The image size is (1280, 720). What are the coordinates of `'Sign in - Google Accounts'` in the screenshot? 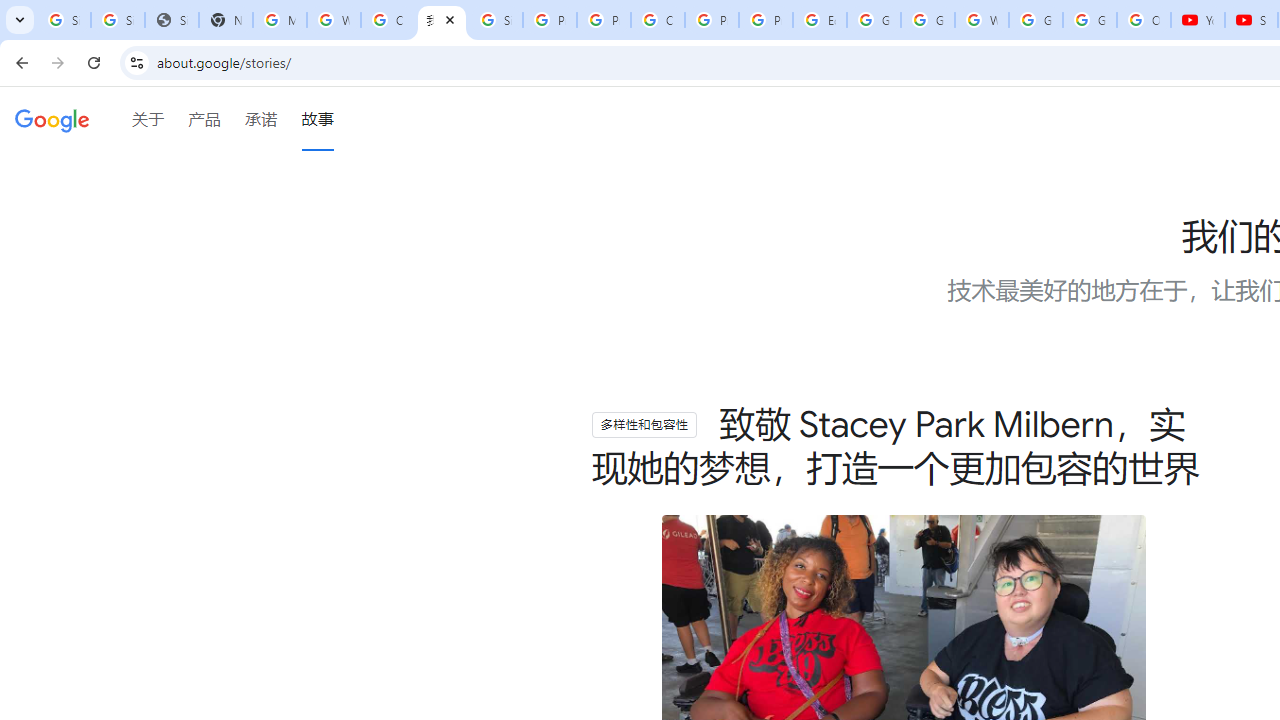 It's located at (116, 20).